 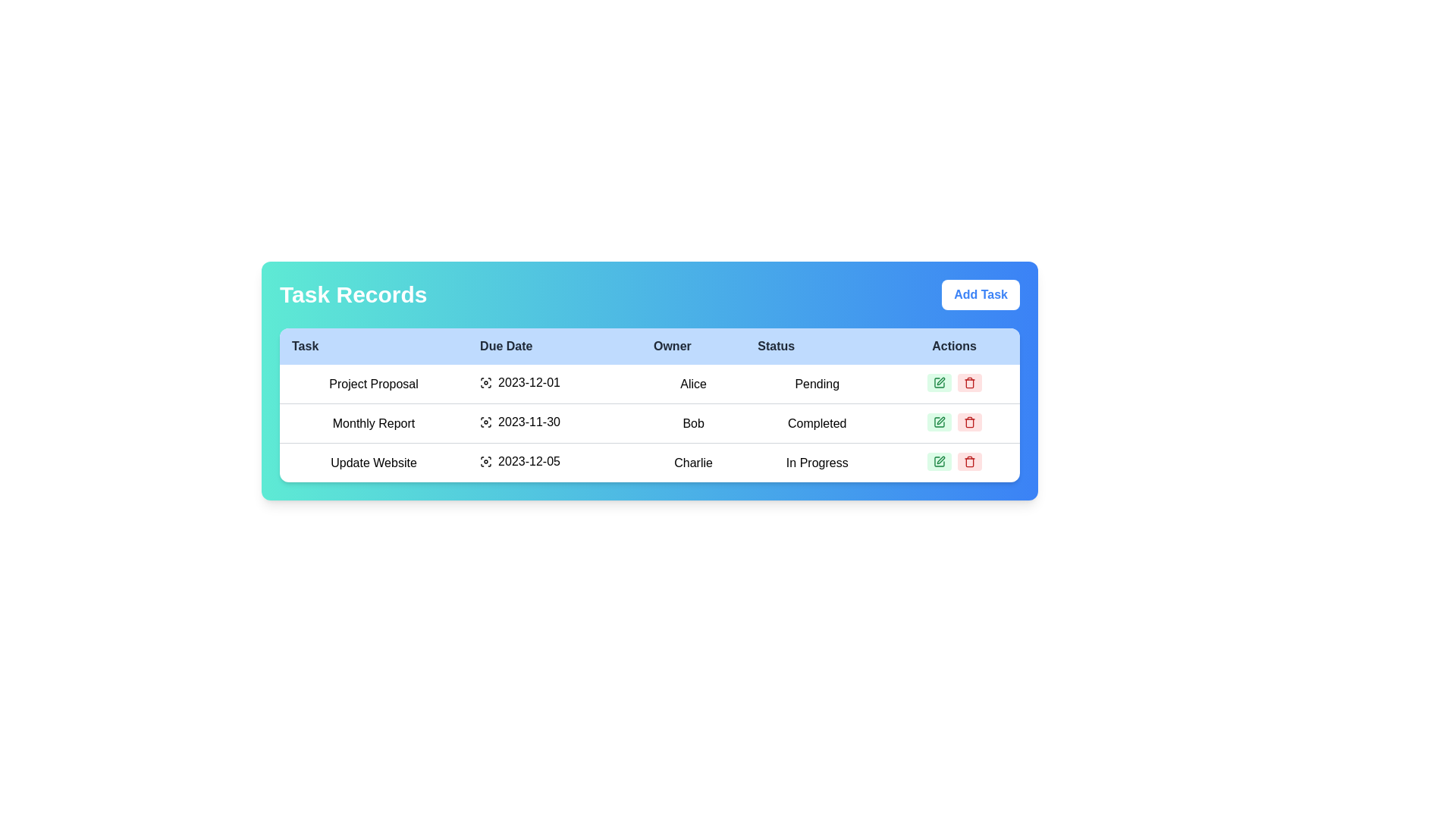 What do you see at coordinates (968, 422) in the screenshot?
I see `the red trash bin icon in the 'Actions' column of the second row in the task table` at bounding box center [968, 422].